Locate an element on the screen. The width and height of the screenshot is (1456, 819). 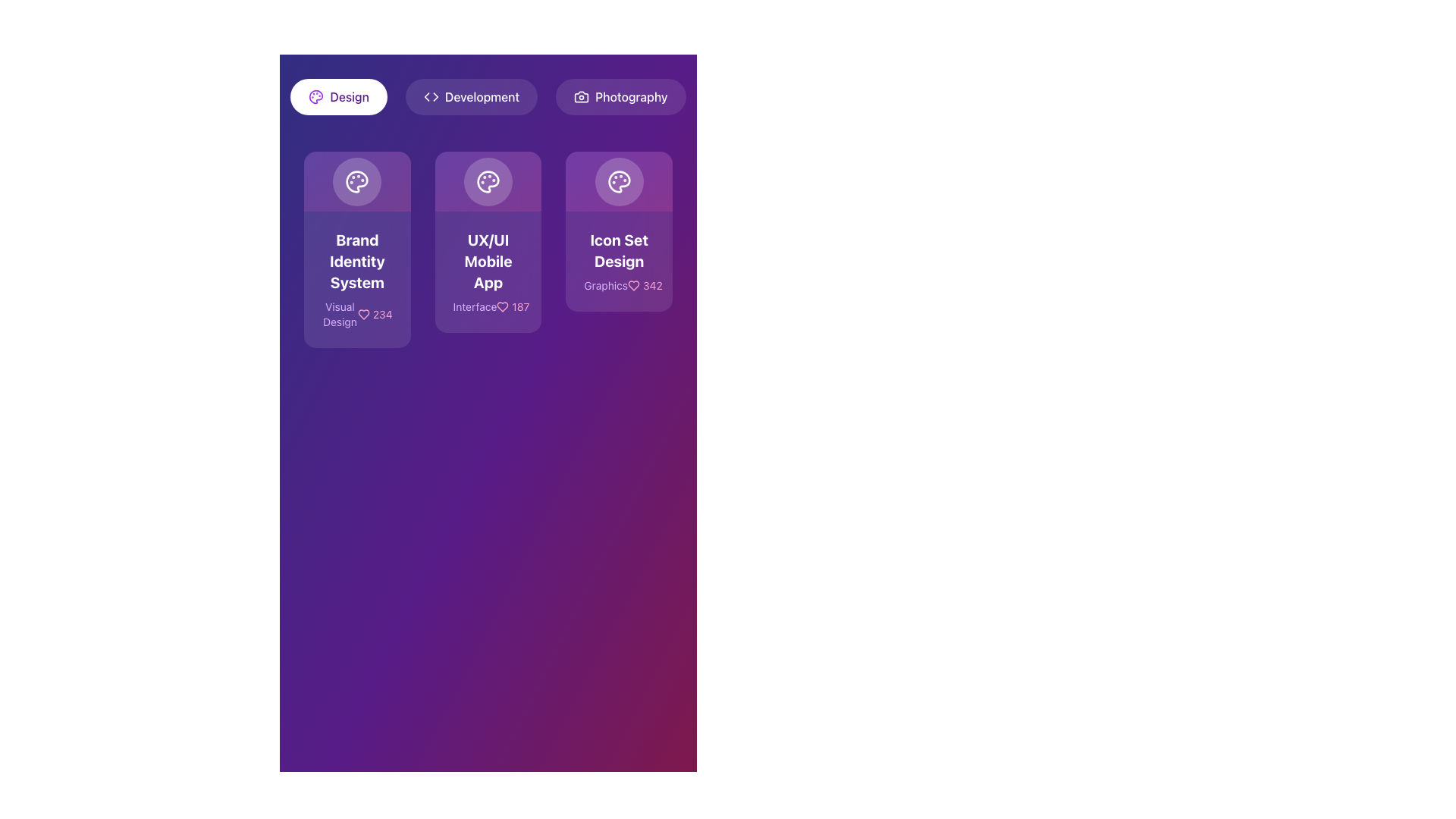
the heart-shaped icon with an outlined pink design that represents a 'like' symbol, located within the 'Brand Identity System' card and adjacent to the number '234' is located at coordinates (362, 314).